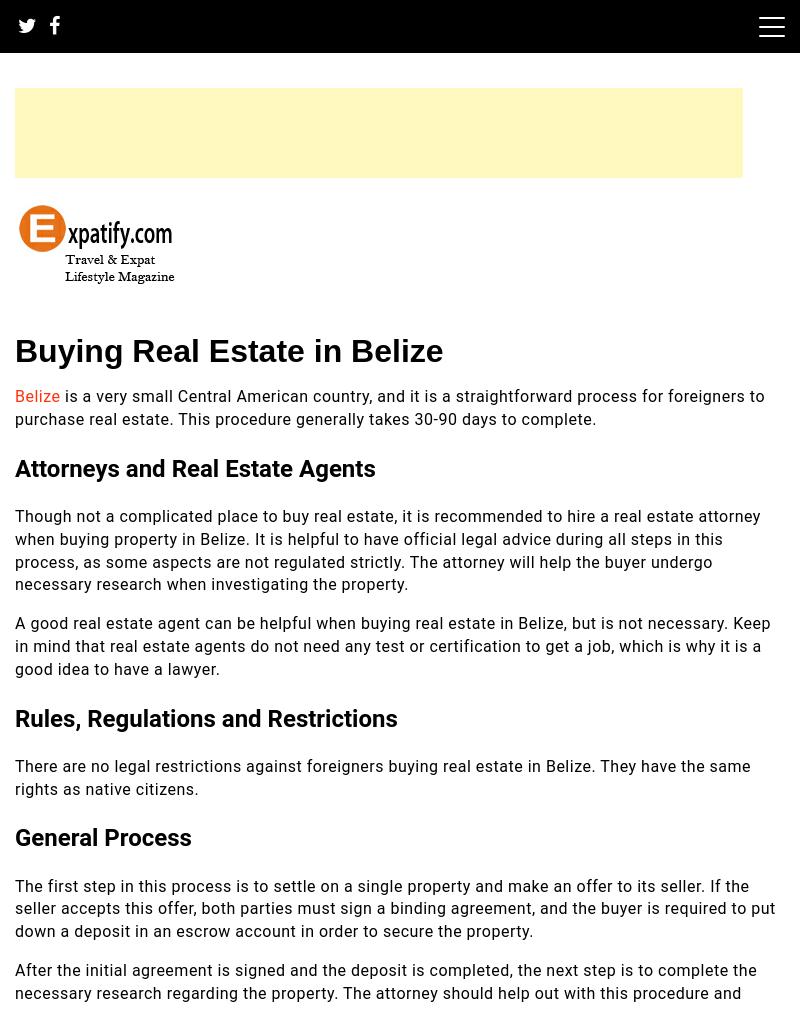 Image resolution: width=800 pixels, height=1009 pixels. Describe the element at coordinates (14, 550) in the screenshot. I see `'Though not a complicated place to buy real estate, it is recommended to hire a real estate attorney when buying property in Belize. It is helpful to have official legal advice during all steps in this process, as some aspects are not regulated strictly. The attorney will help the buyer undergo necessary research when investigating the property.'` at that location.